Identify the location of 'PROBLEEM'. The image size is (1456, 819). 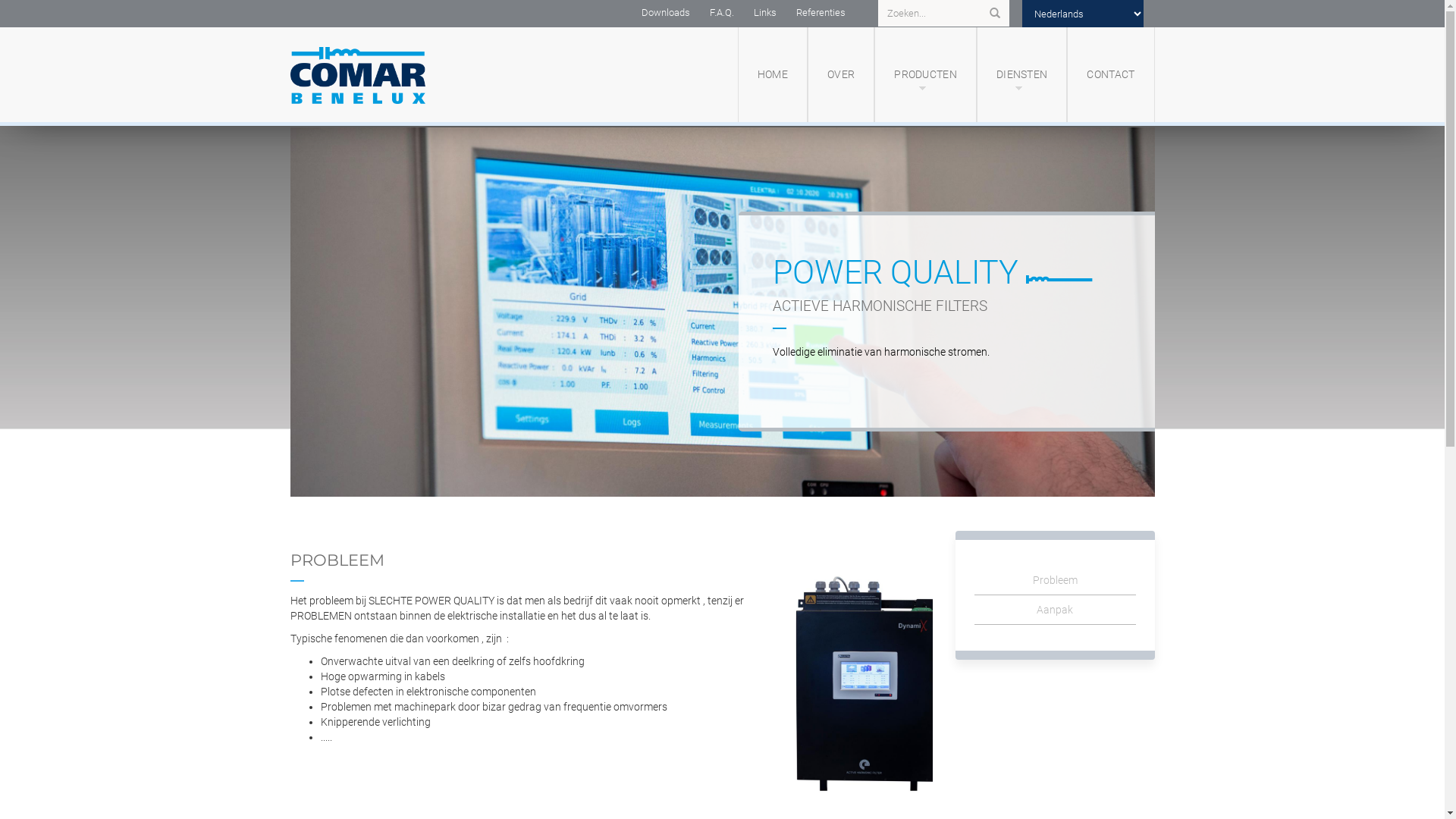
(336, 560).